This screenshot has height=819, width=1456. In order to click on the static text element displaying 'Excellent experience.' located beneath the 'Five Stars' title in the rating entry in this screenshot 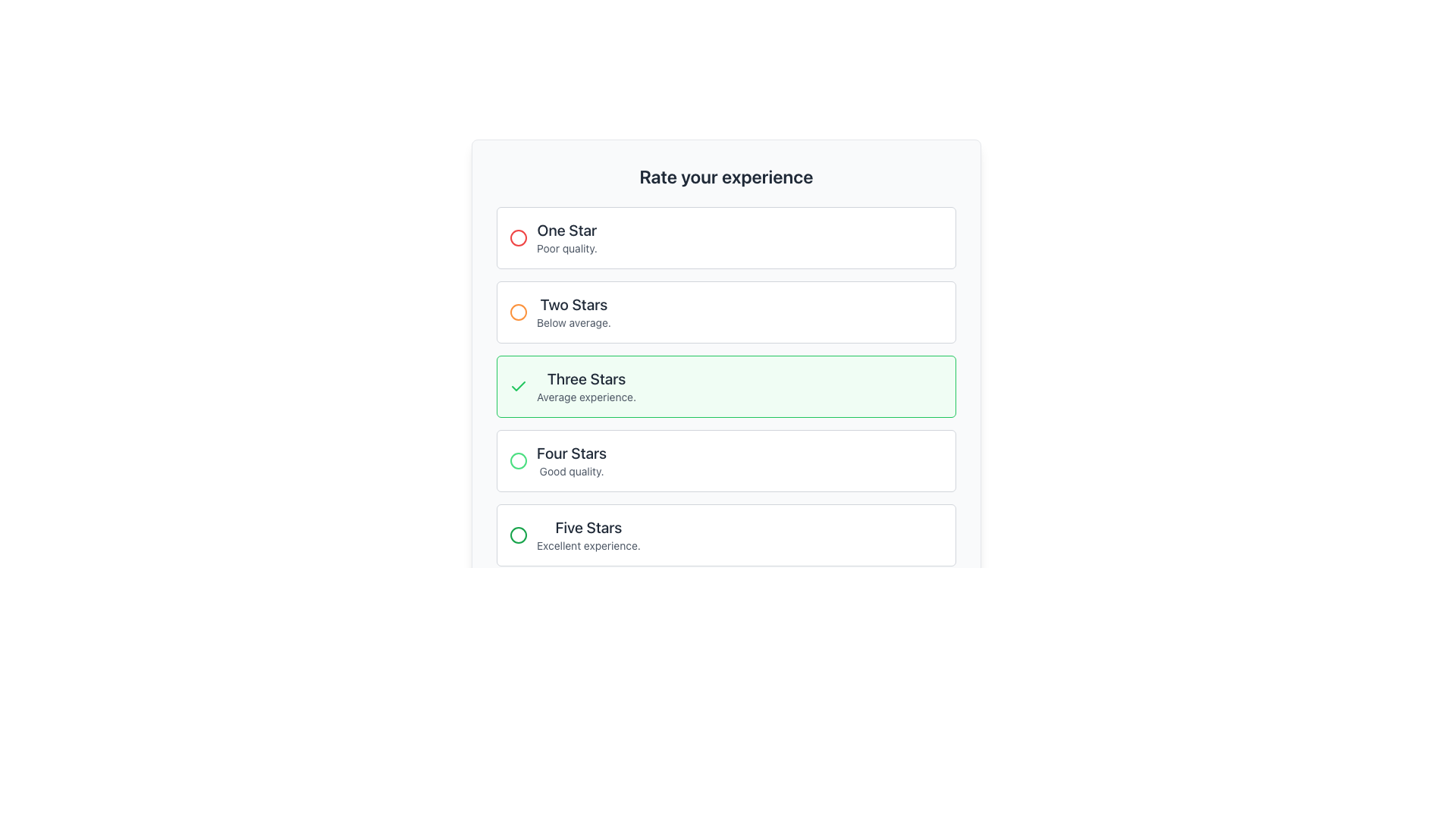, I will do `click(588, 546)`.